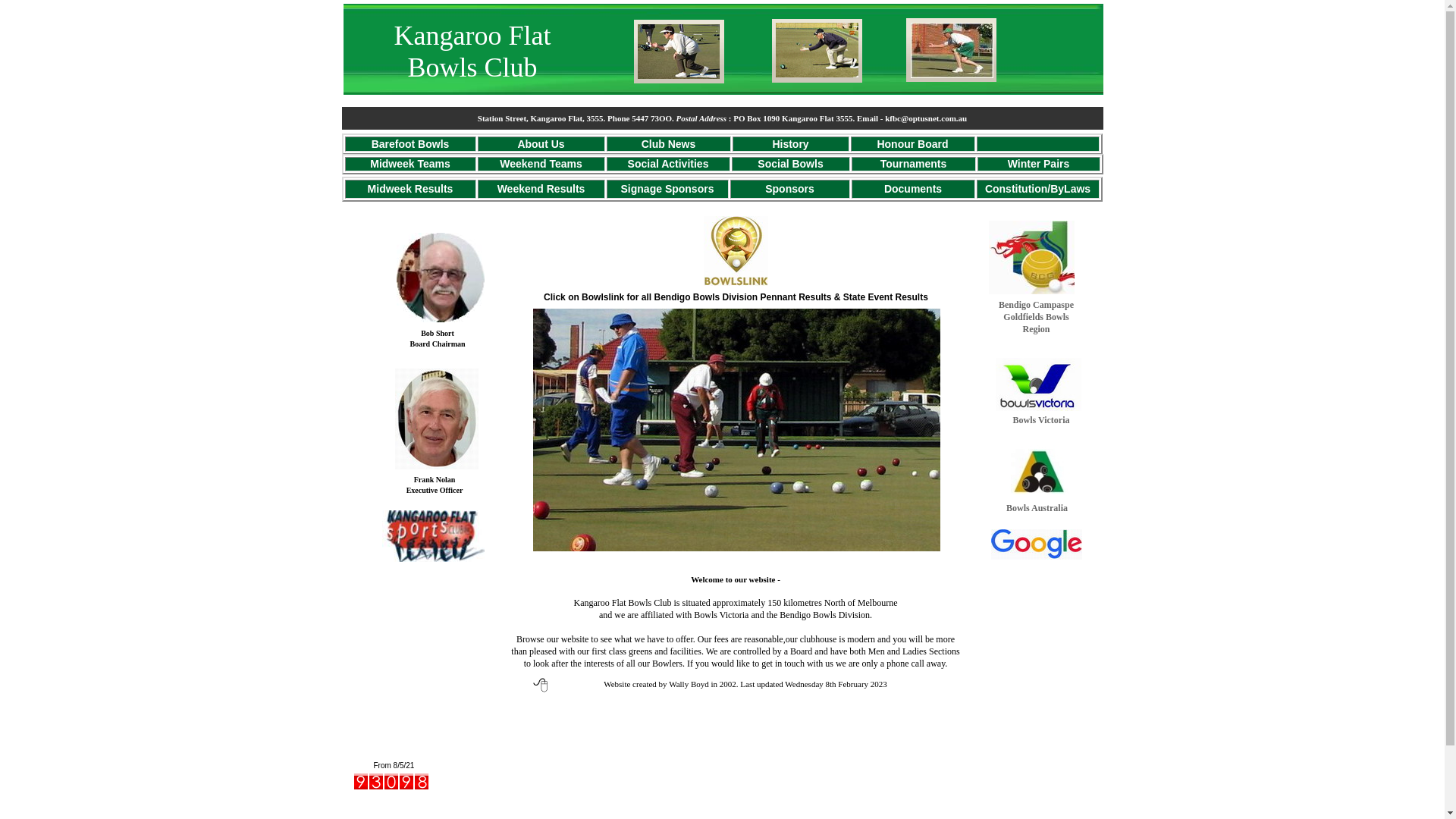 The width and height of the screenshot is (1456, 819). Describe the element at coordinates (764, 163) in the screenshot. I see `'ocial Bowls'` at that location.